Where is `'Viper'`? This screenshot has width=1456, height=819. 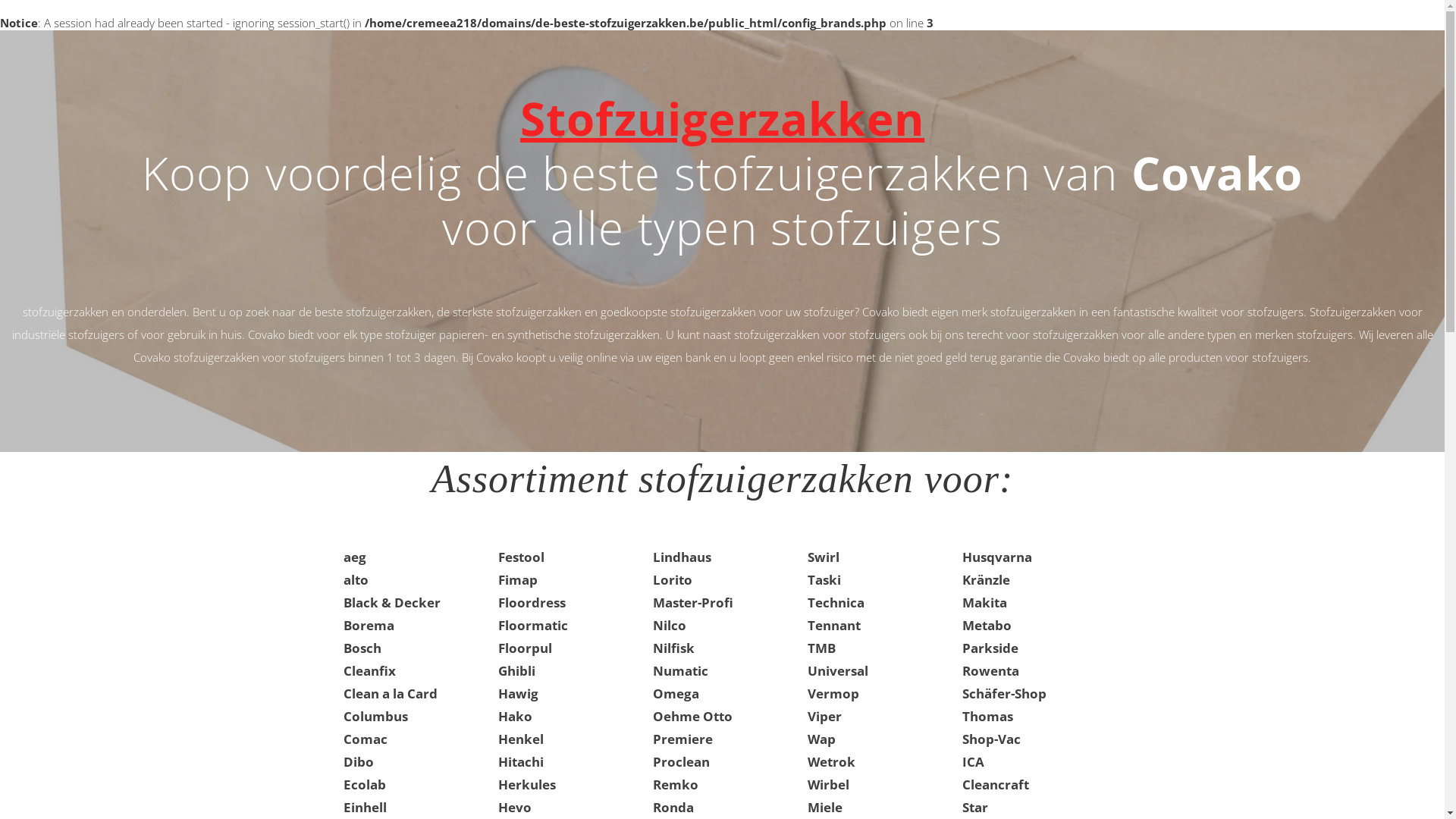
'Viper' is located at coordinates (806, 716).